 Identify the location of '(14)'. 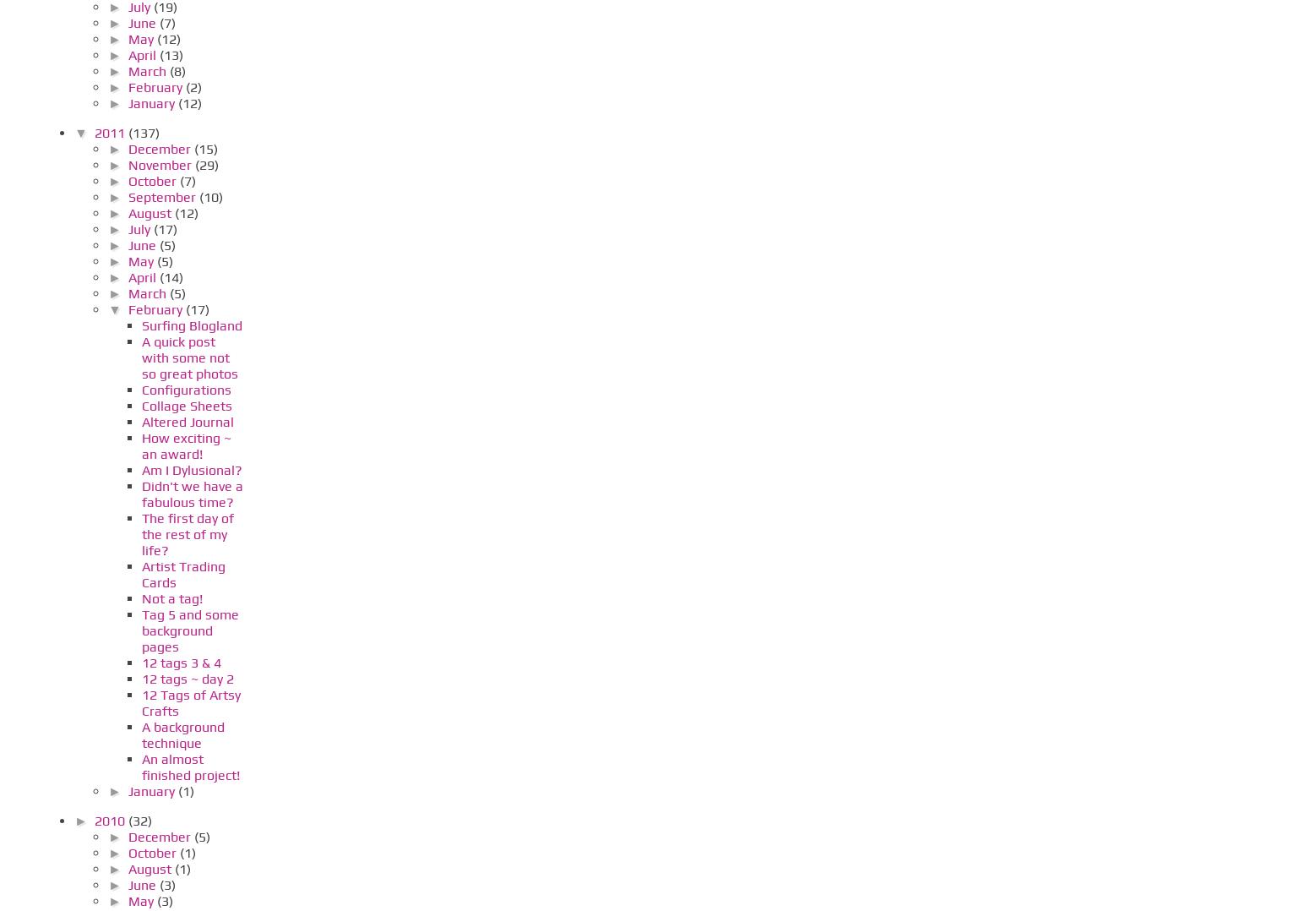
(171, 275).